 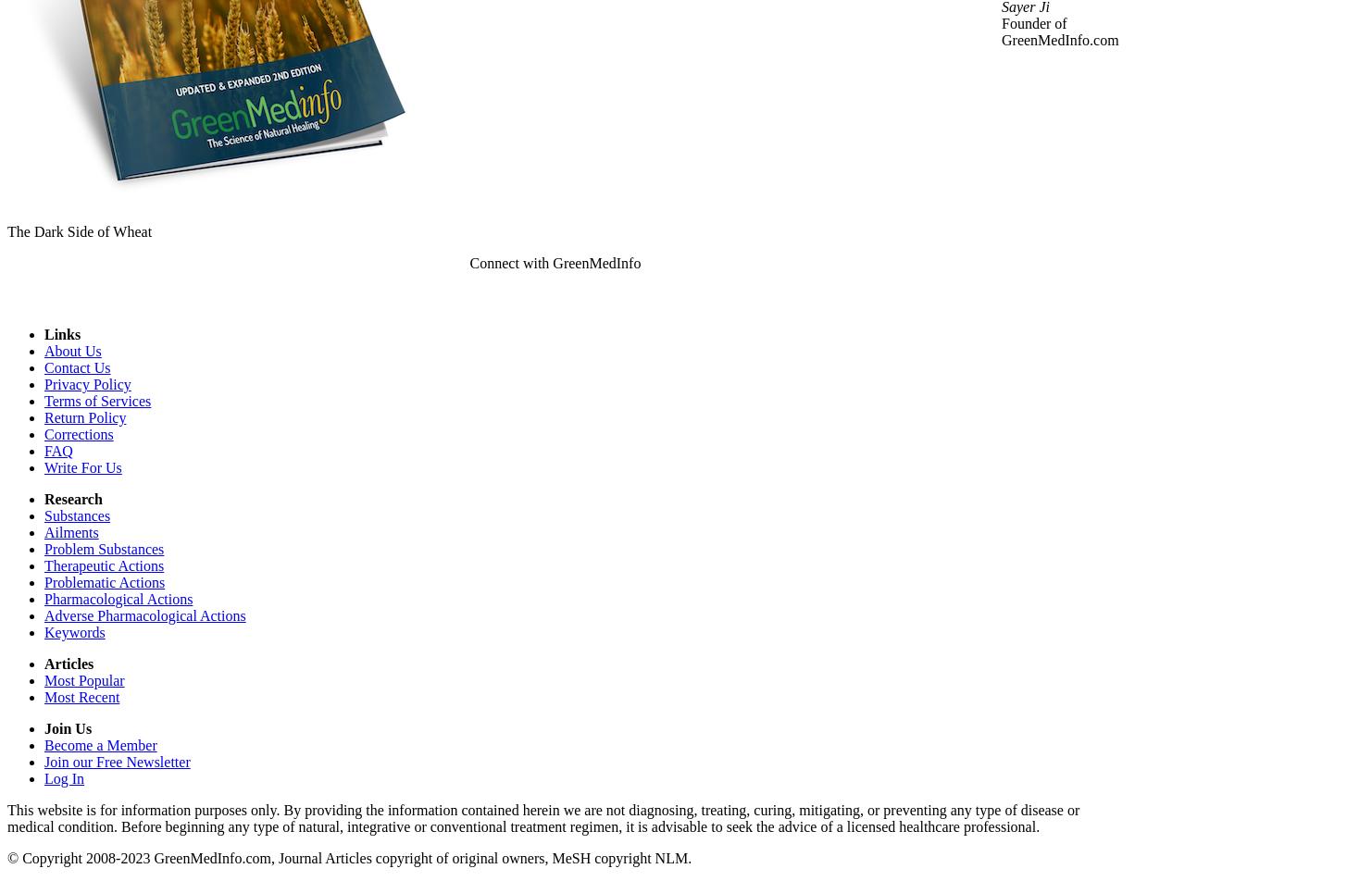 What do you see at coordinates (7, 230) in the screenshot?
I see `'The Dark Side of Wheat'` at bounding box center [7, 230].